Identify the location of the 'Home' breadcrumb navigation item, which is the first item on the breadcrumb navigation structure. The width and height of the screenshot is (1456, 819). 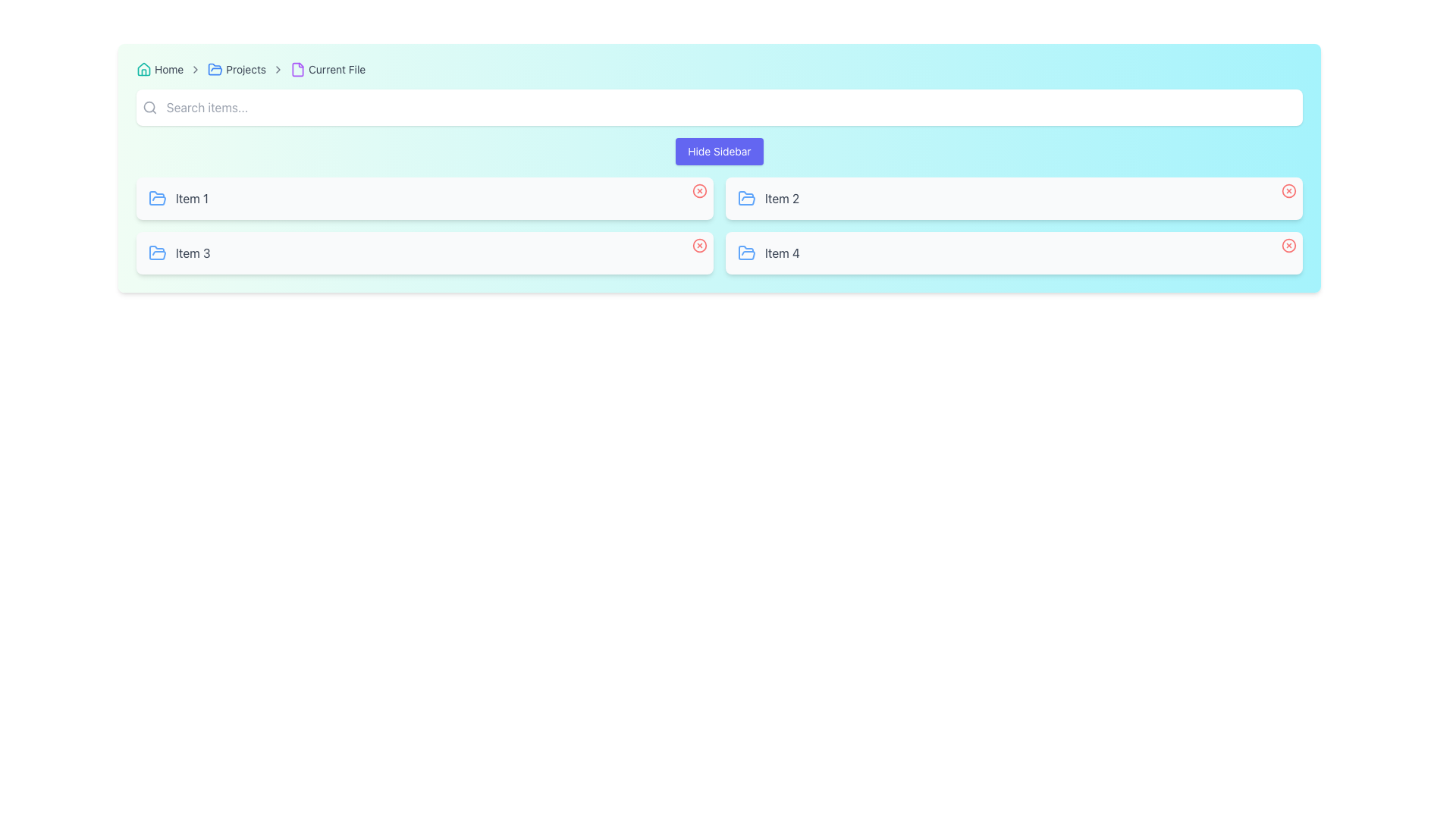
(160, 70).